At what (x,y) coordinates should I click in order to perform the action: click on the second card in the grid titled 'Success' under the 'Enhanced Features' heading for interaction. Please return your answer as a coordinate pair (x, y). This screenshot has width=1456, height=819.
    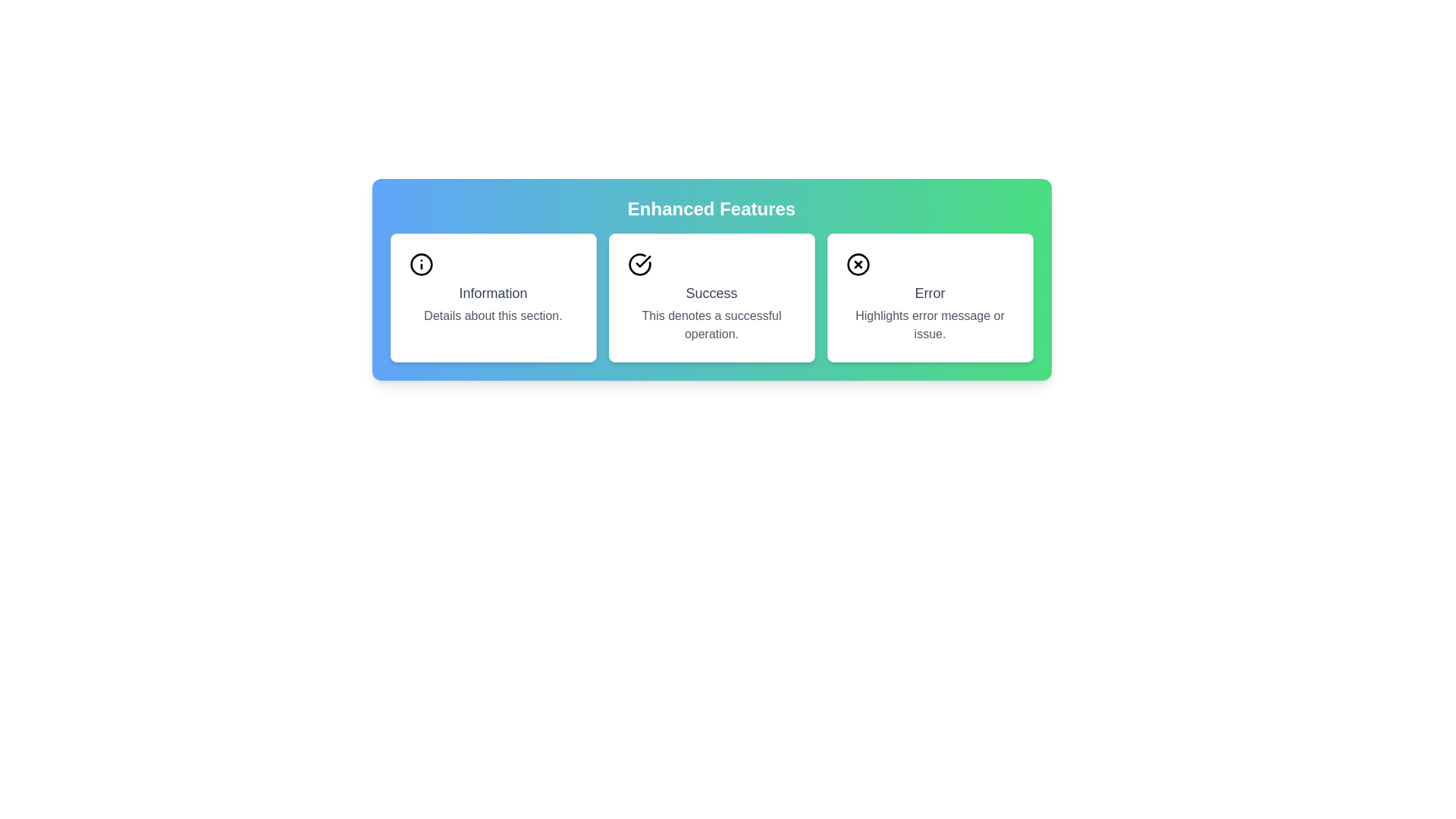
    Looking at the image, I should click on (711, 298).